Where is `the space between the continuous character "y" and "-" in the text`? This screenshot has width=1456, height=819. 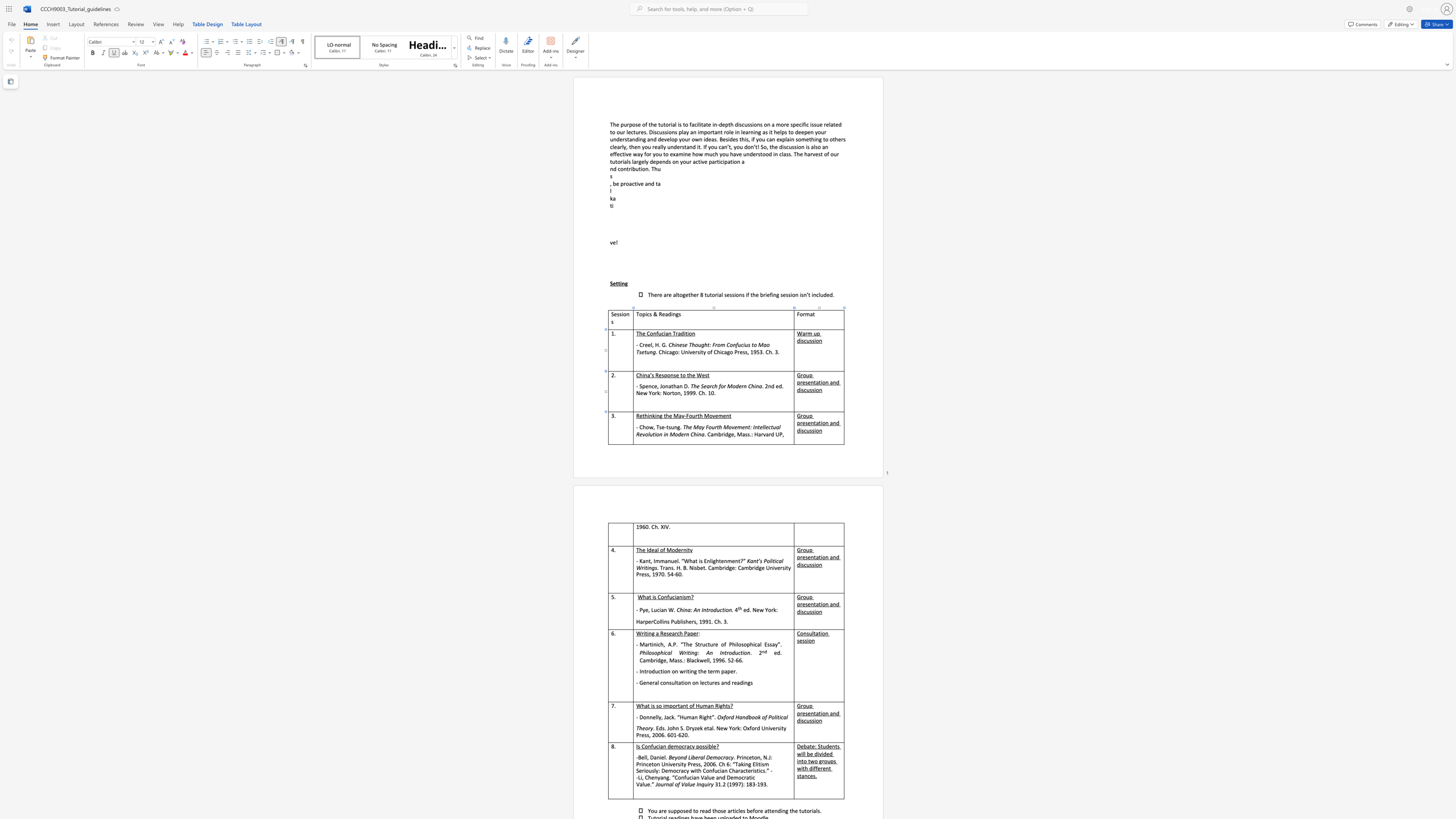
the space between the continuous character "y" and "-" in the text is located at coordinates (684, 415).